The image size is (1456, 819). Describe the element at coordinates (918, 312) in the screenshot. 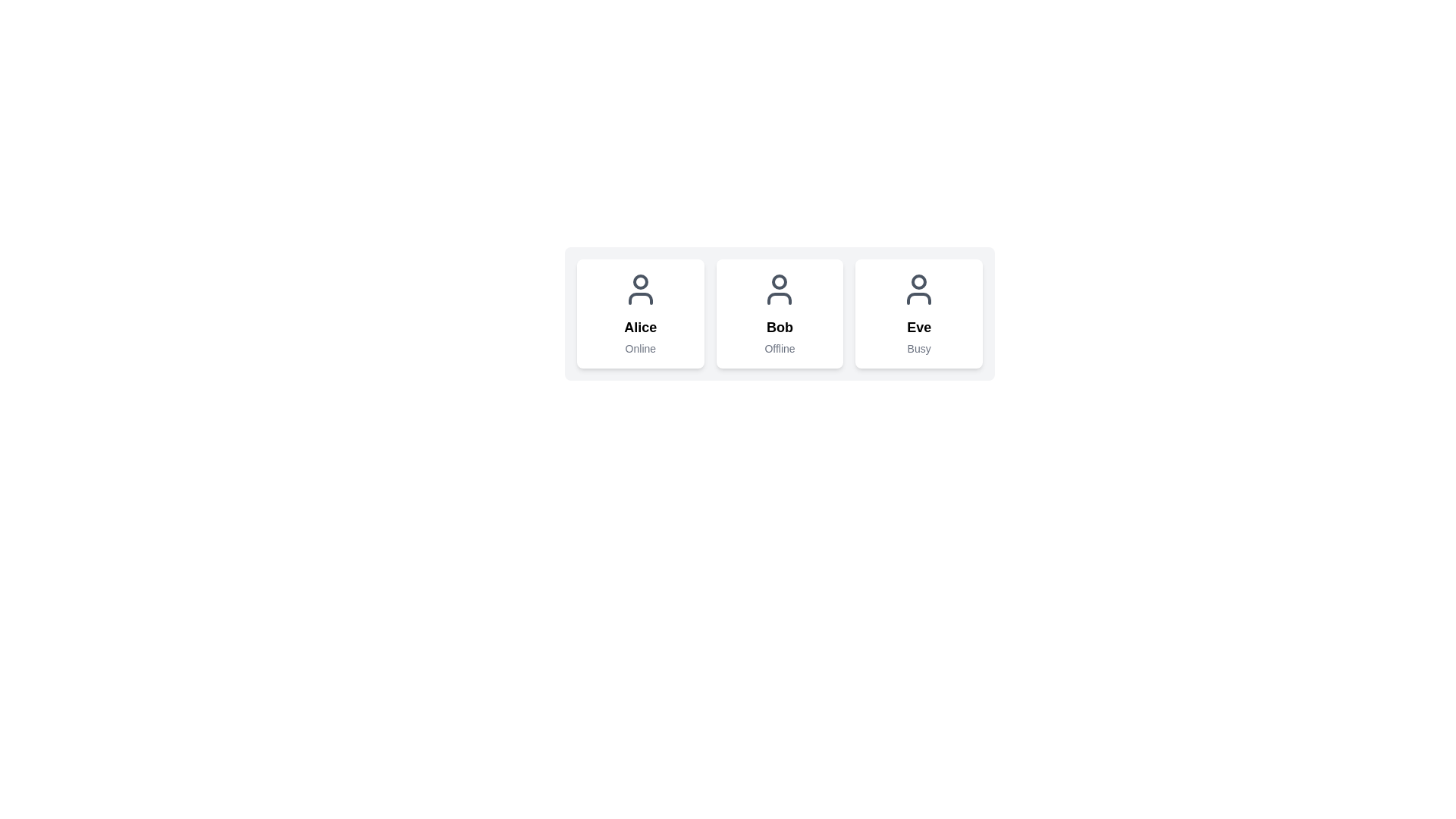

I see `the user details displayed on the card with a white background containing the name 'Eve' and status 'Busy', which is the third card in a row of three elements` at that location.